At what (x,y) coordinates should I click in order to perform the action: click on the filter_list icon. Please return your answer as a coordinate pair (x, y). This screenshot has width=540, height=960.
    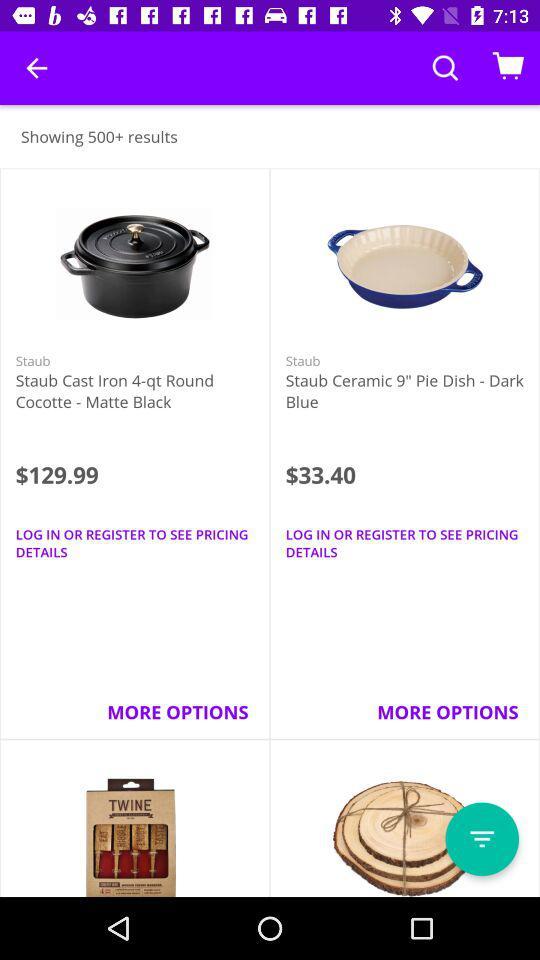
    Looking at the image, I should click on (481, 839).